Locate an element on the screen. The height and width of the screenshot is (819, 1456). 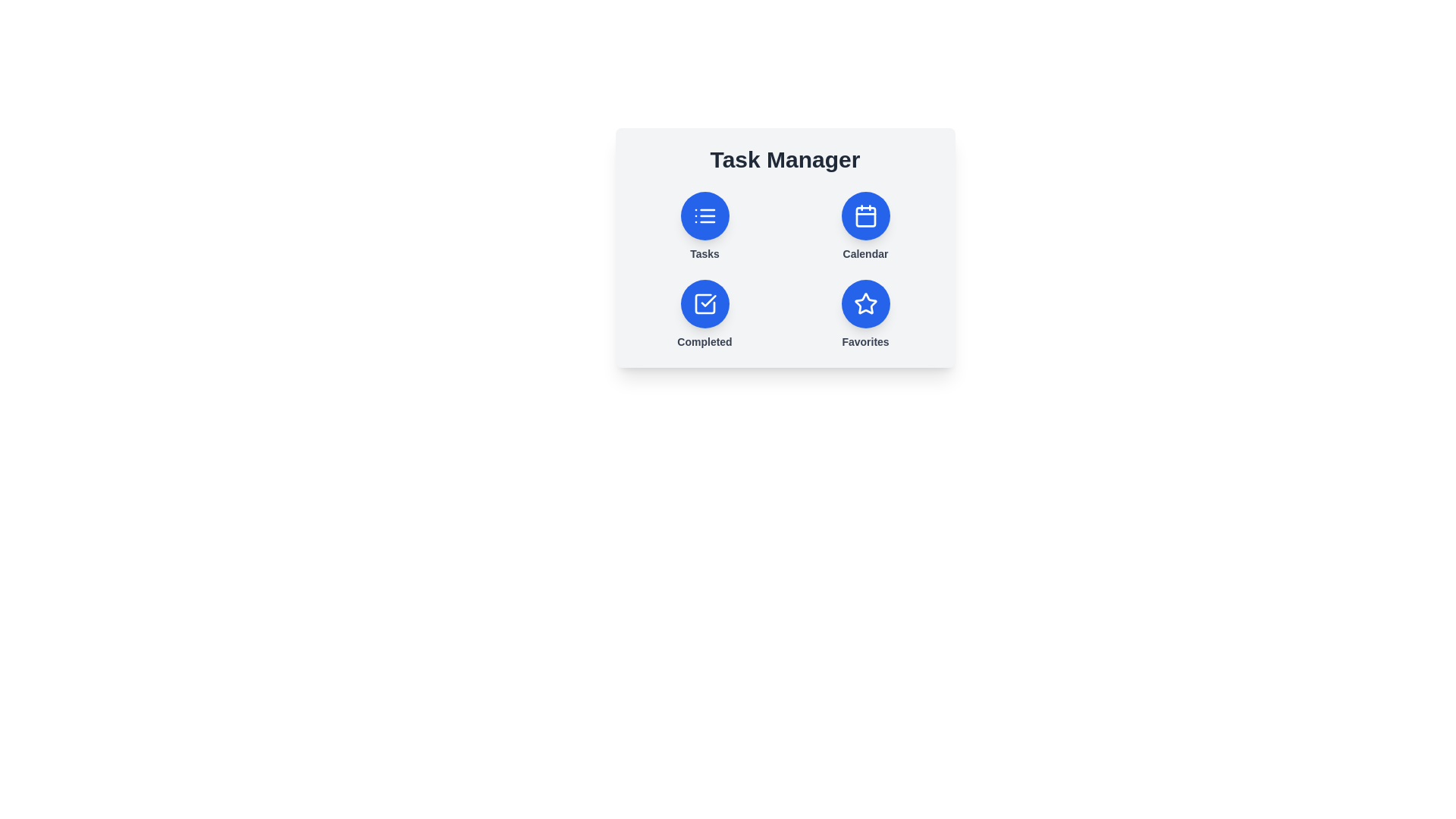
the circular blue button with a white star icon in the 'Favorites' group is located at coordinates (865, 304).